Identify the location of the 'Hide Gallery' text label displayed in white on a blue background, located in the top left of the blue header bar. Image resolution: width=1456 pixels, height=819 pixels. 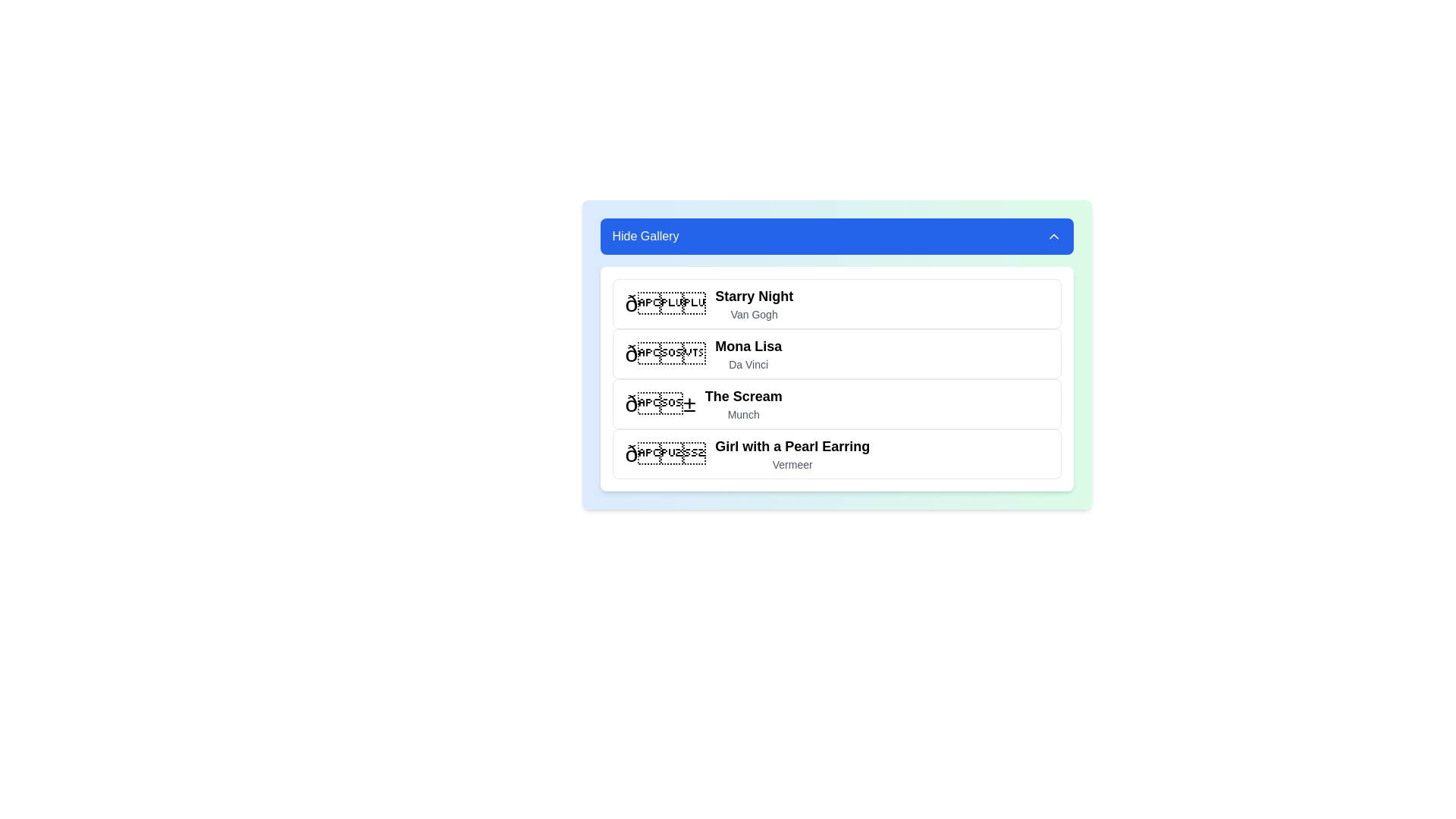
(645, 237).